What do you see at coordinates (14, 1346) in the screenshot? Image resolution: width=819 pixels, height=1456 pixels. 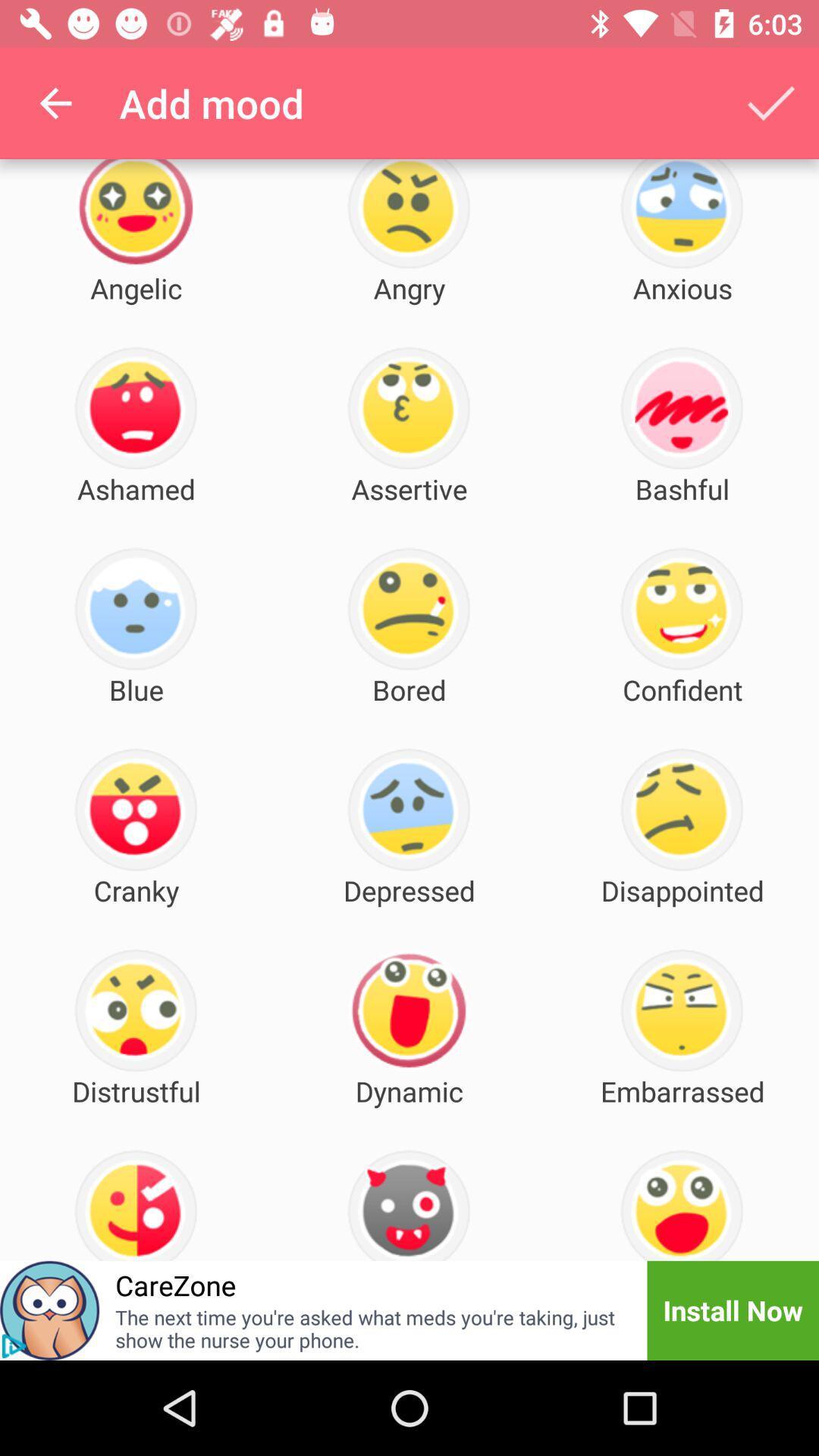 I see `the play icon` at bounding box center [14, 1346].